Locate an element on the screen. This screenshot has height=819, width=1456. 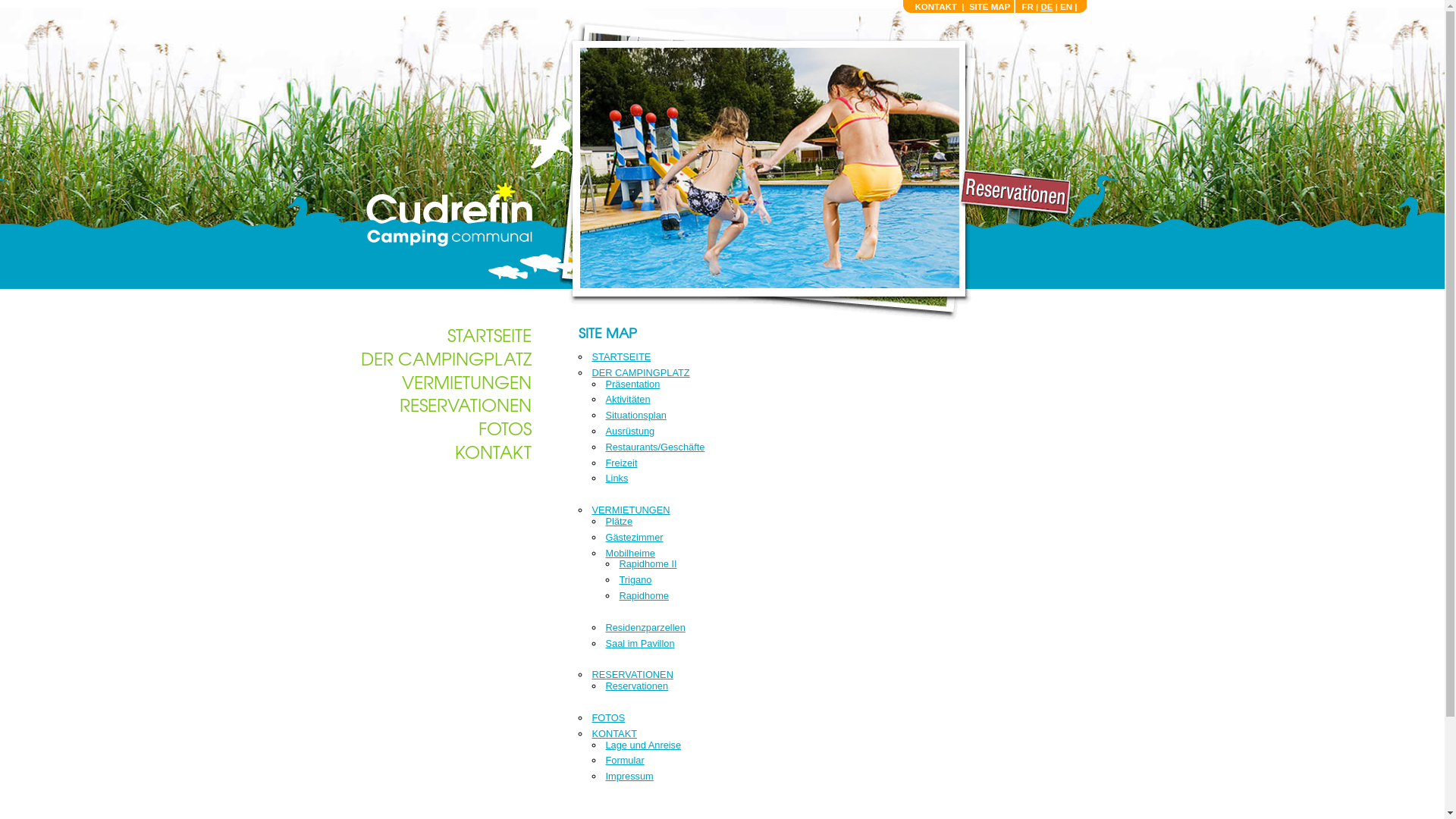
'KONTAKT' is located at coordinates (493, 450).